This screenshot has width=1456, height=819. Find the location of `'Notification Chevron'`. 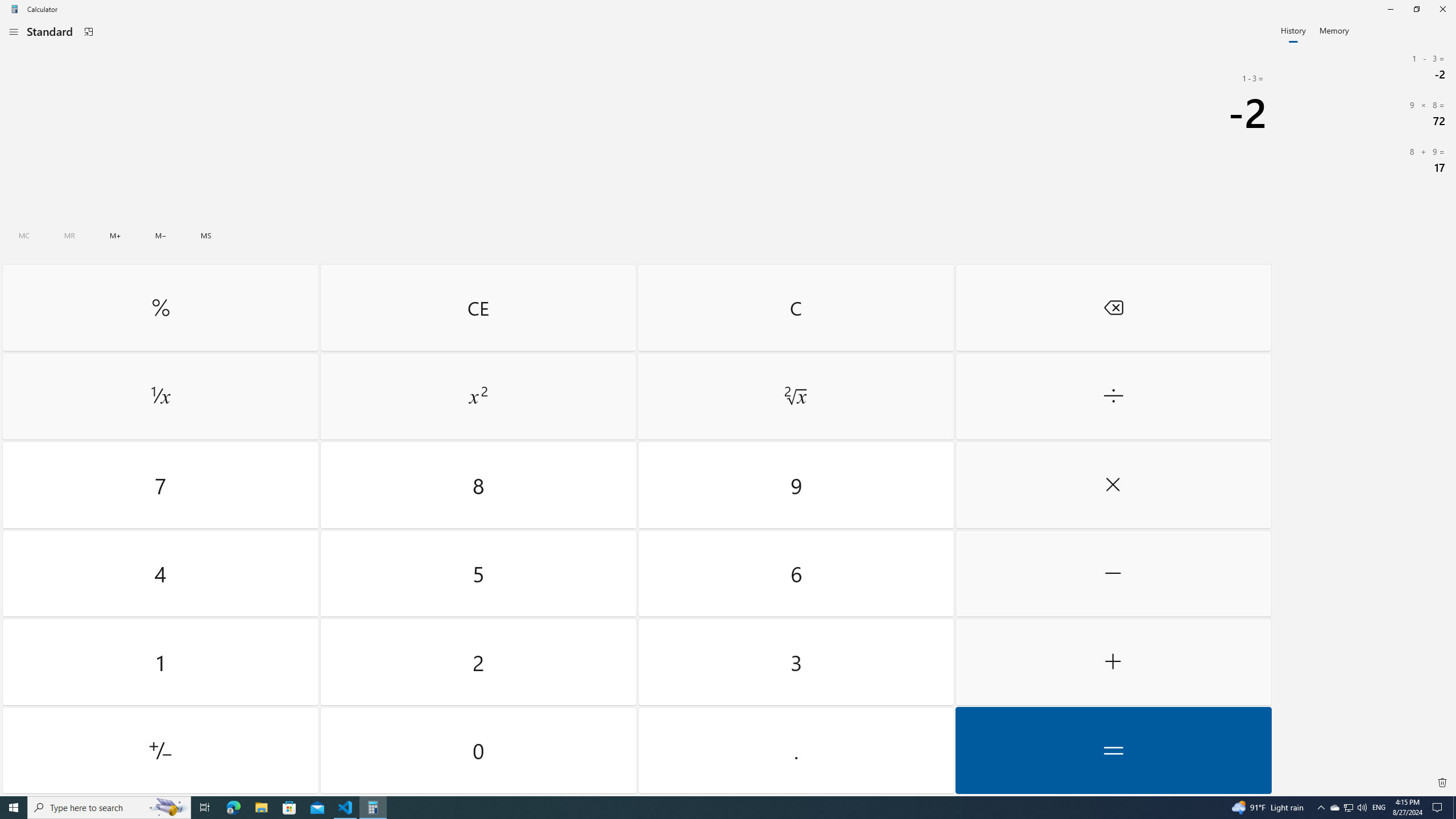

'Notification Chevron' is located at coordinates (1321, 806).